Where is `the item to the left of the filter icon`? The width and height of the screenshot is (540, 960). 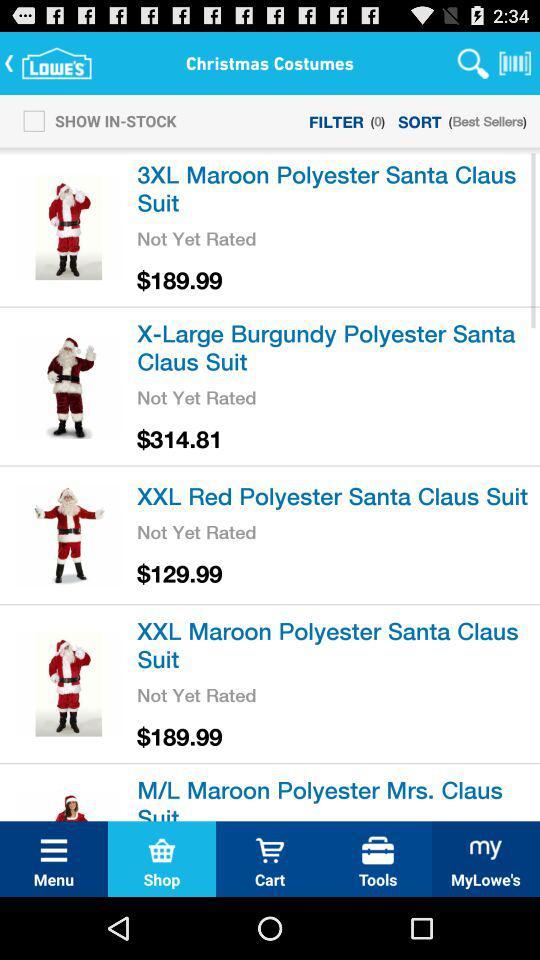 the item to the left of the filter icon is located at coordinates (93, 120).